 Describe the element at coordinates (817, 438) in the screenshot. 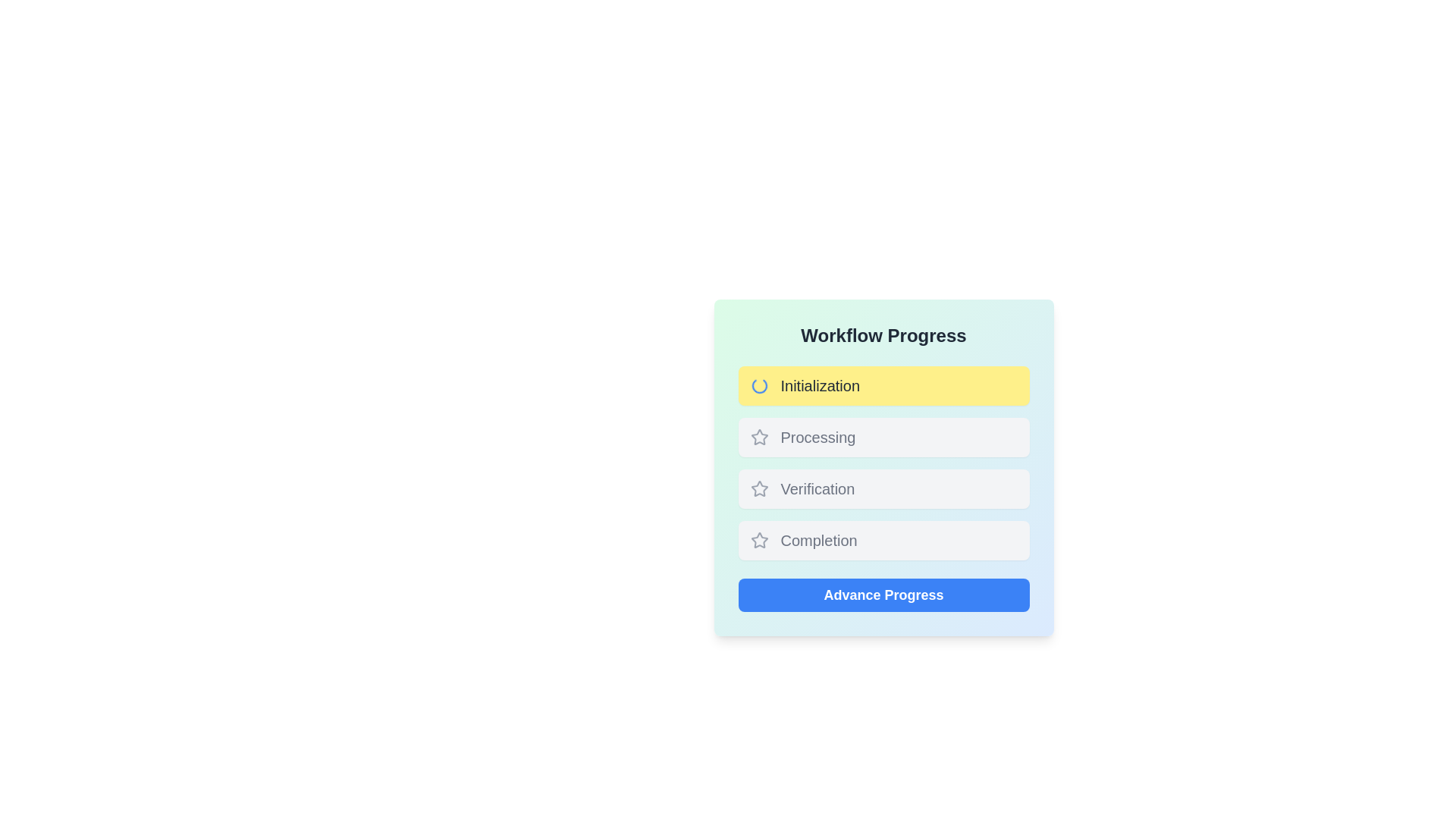

I see `the text label displaying the current step or status as 'Processing', which is positioned to the right of a star-shaped icon in the Workflow Progress list box` at that location.